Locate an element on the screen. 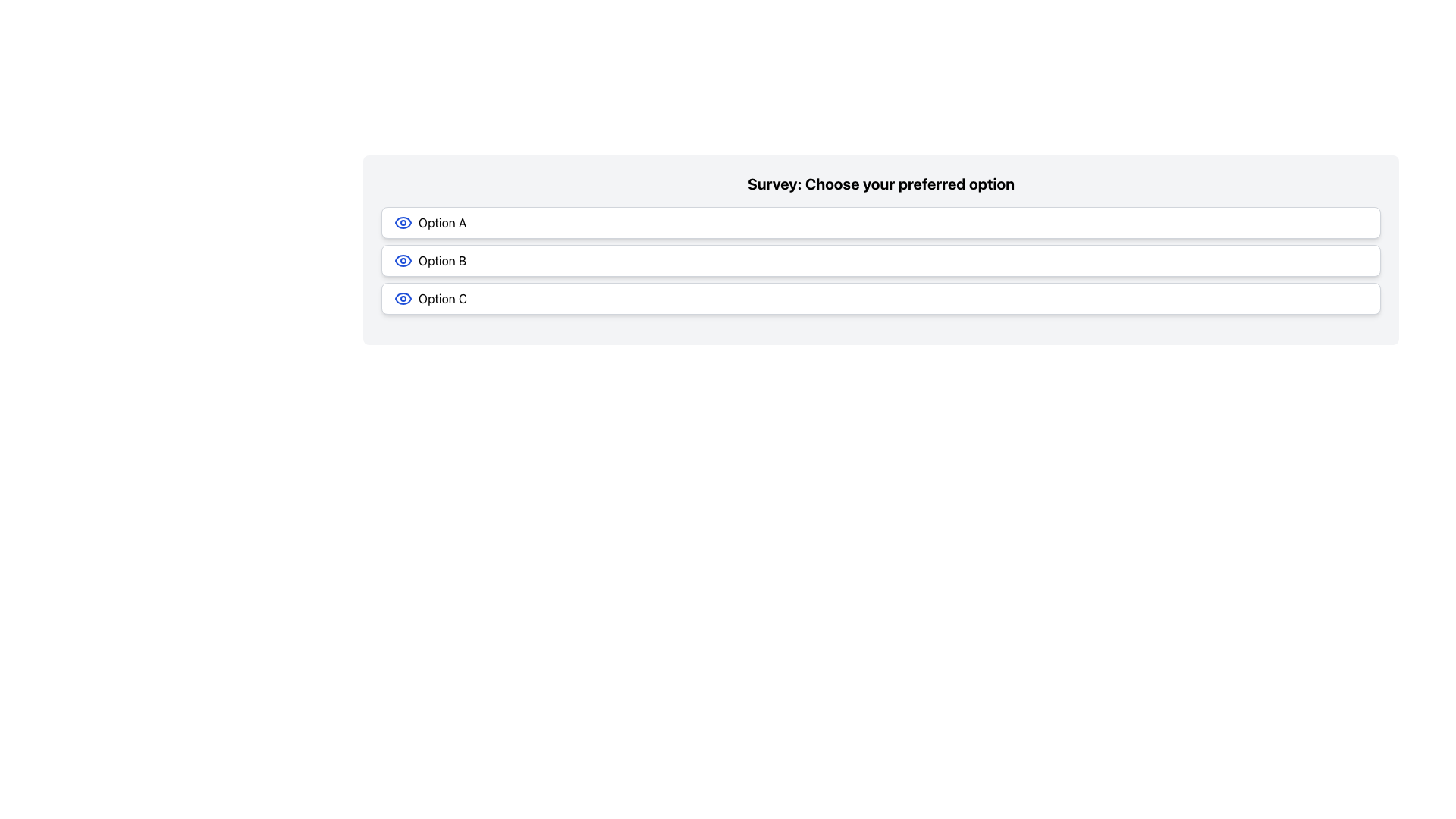 This screenshot has height=819, width=1456. text content of the label displaying 'Option C', which is located prominently in the lower third of the option group, to the right of a blue eye icon is located at coordinates (442, 298).